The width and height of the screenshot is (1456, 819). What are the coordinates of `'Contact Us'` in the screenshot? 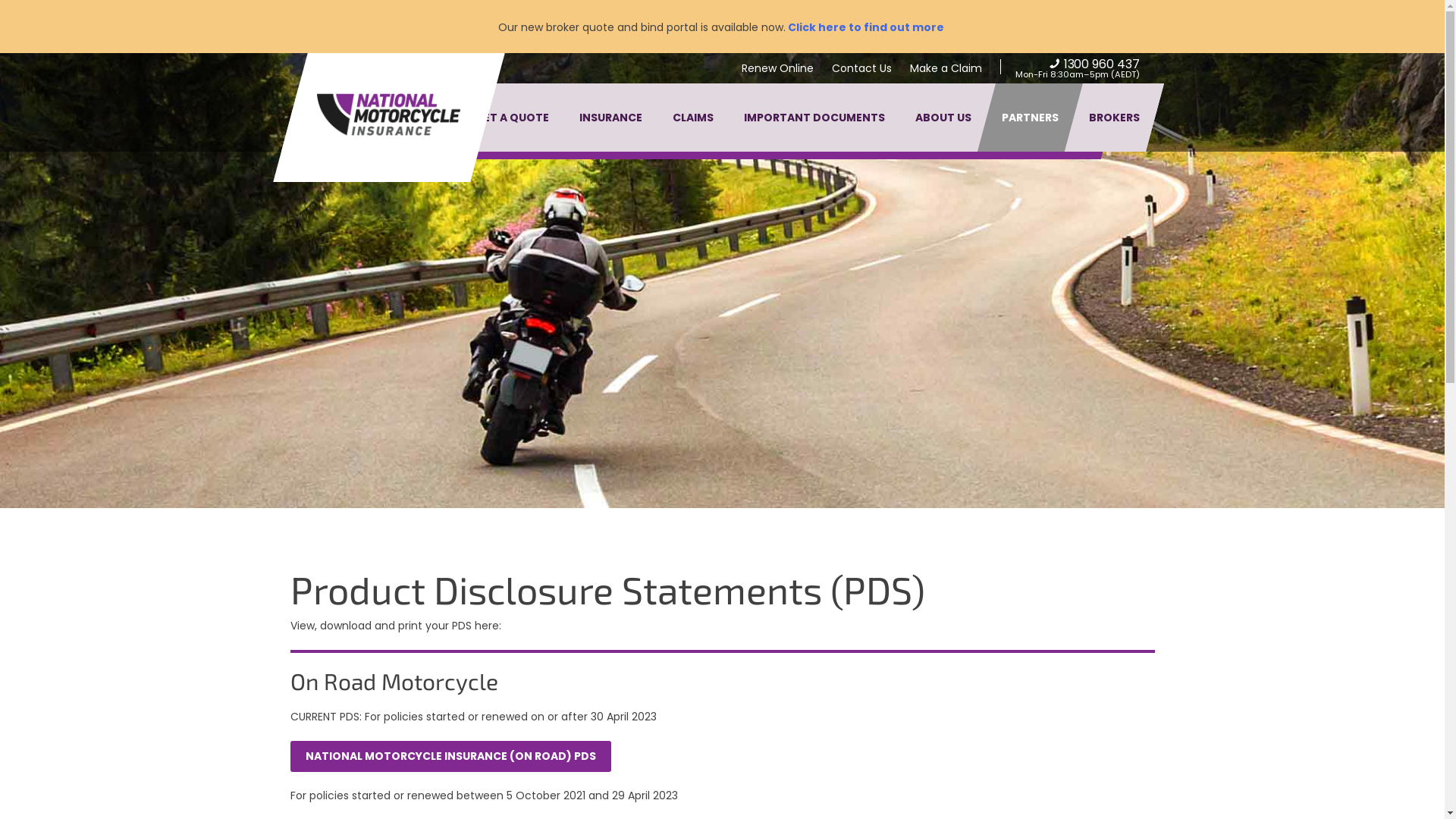 It's located at (861, 67).